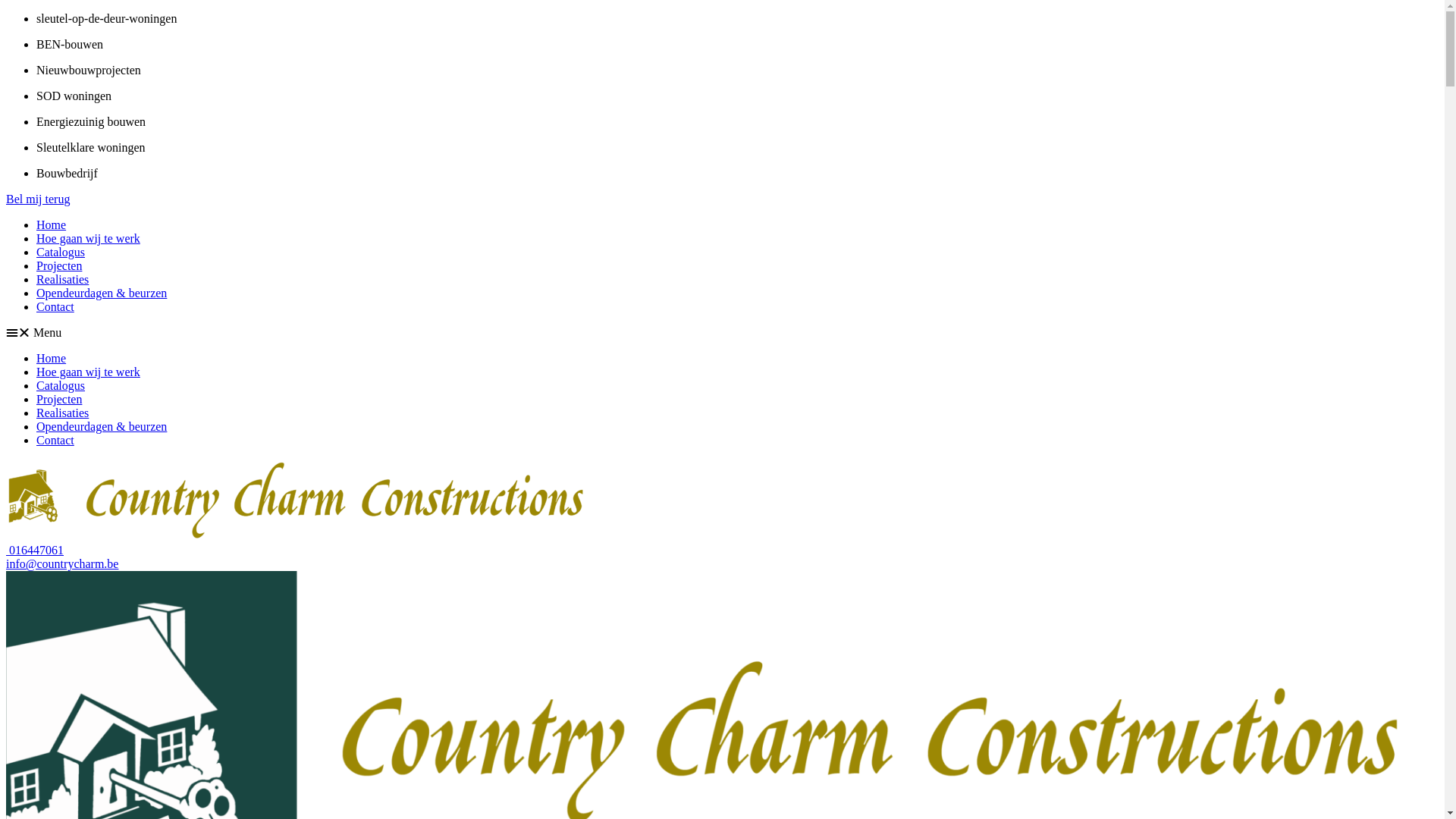  What do you see at coordinates (101, 426) in the screenshot?
I see `'Opendeurdagen & beurzen'` at bounding box center [101, 426].